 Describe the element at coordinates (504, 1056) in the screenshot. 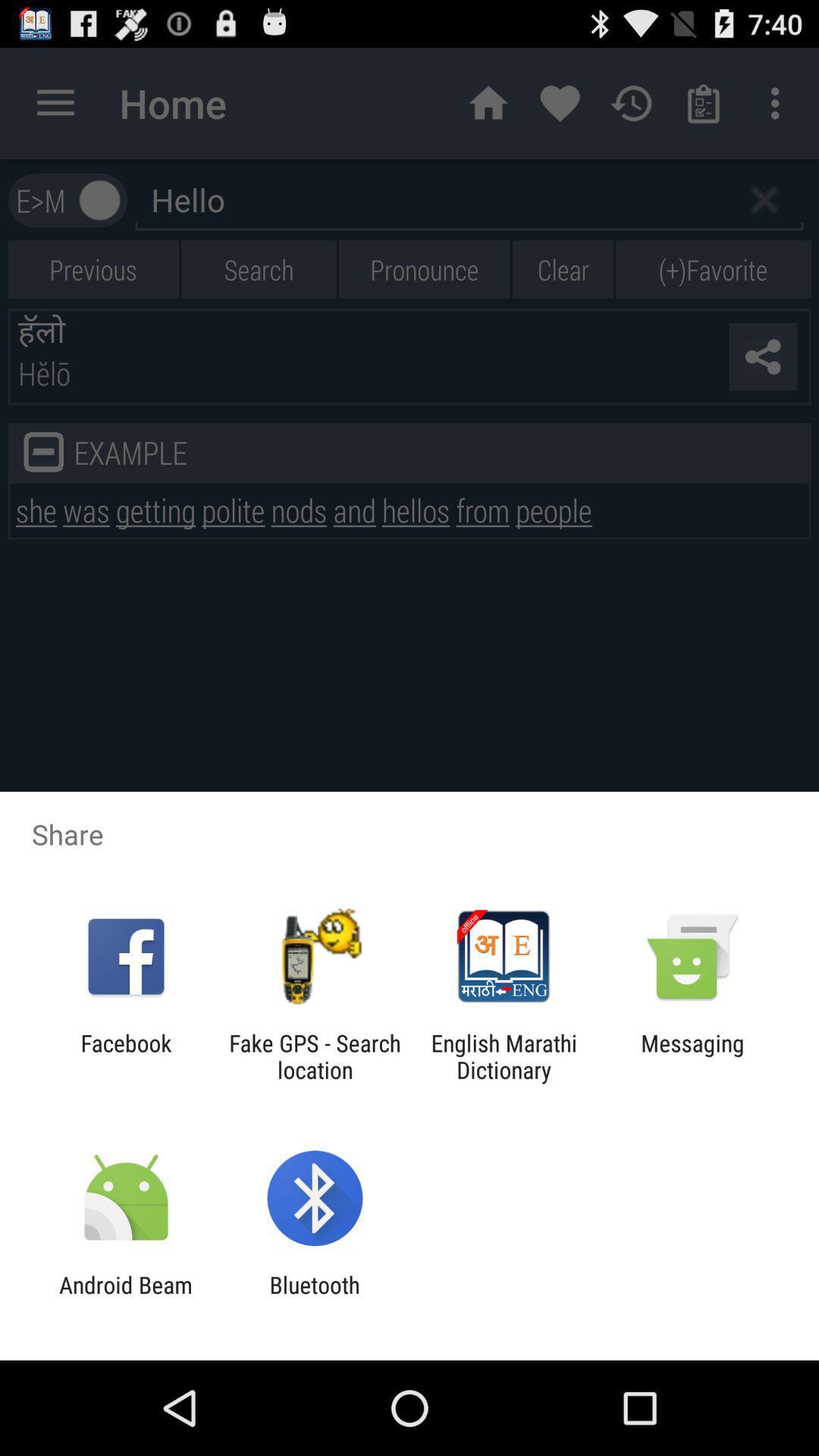

I see `the item next to the fake gps search app` at that location.